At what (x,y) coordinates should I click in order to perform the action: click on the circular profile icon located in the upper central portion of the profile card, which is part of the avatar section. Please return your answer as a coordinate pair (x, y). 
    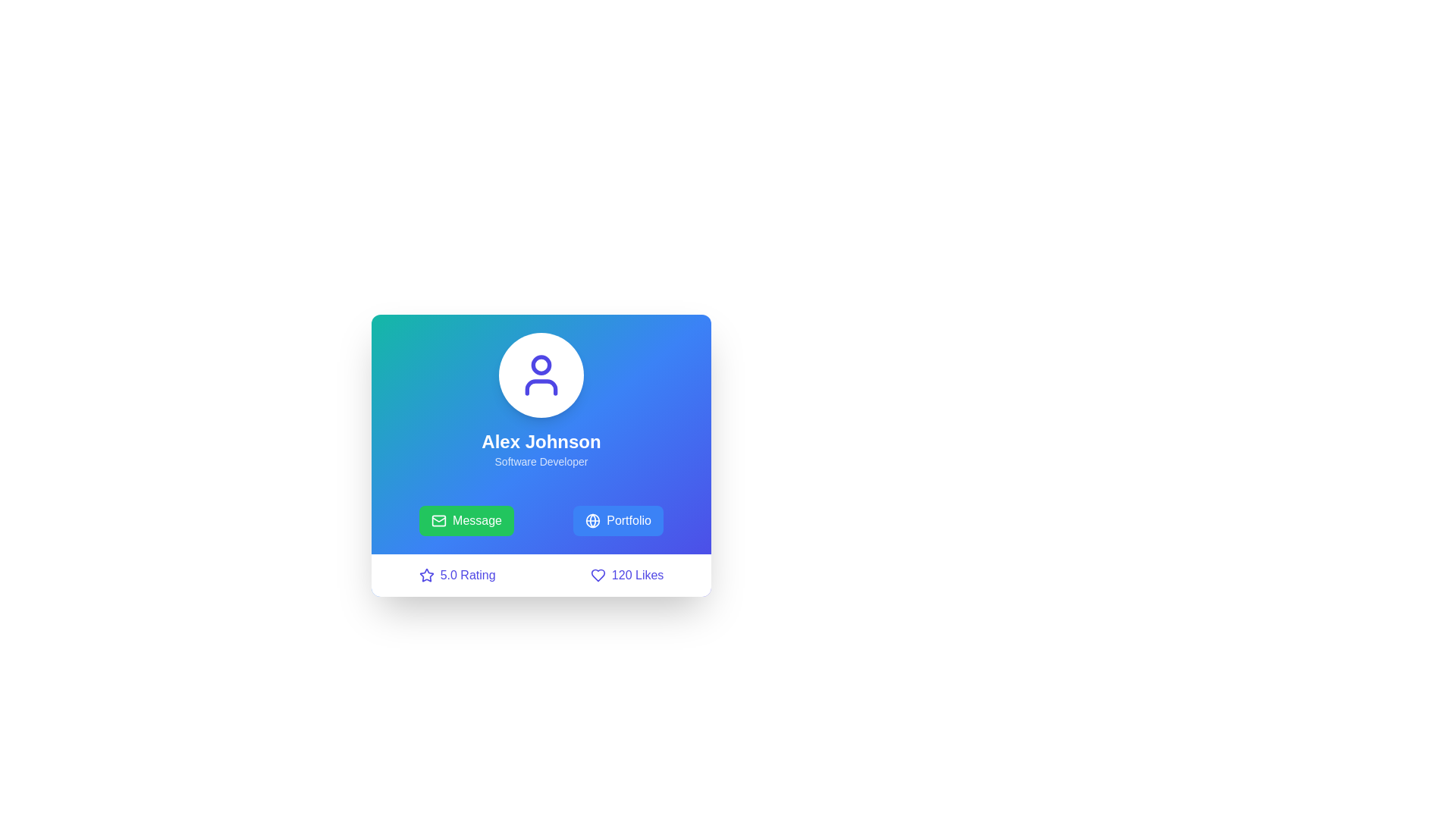
    Looking at the image, I should click on (541, 365).